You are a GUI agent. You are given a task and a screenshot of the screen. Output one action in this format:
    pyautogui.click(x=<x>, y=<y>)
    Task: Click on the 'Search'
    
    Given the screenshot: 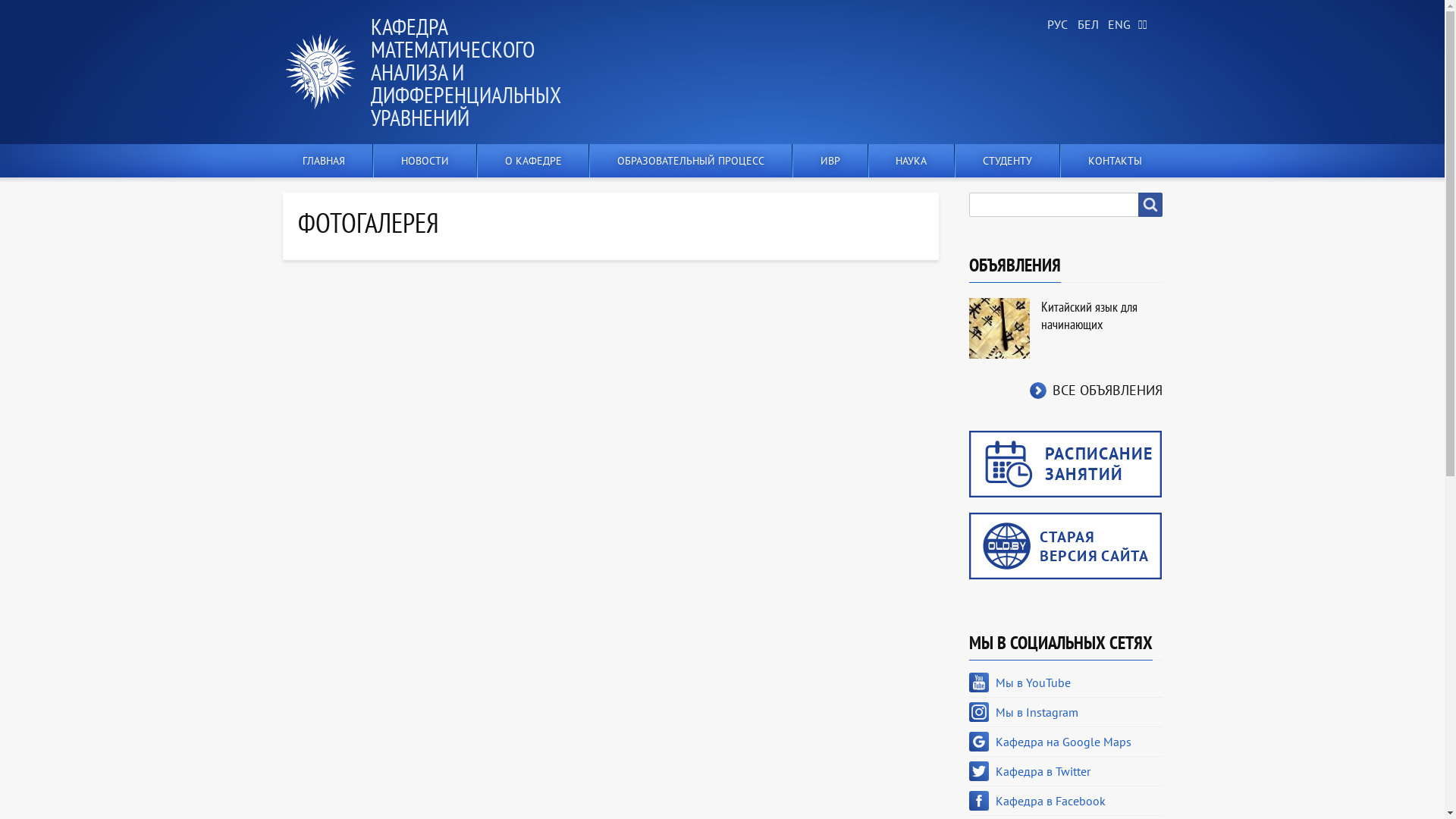 What is the action you would take?
    pyautogui.click(x=1150, y=205)
    